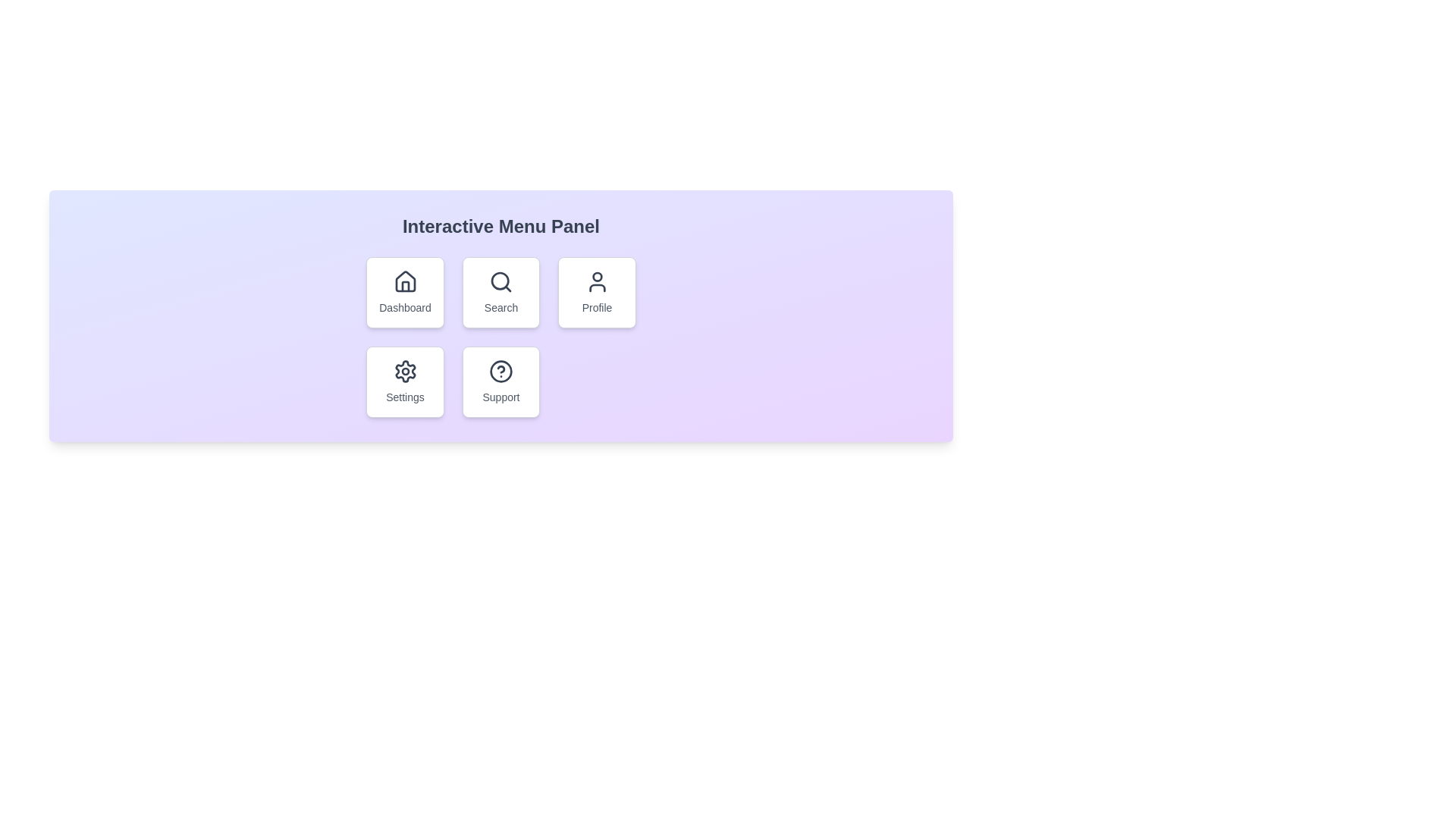 This screenshot has height=819, width=1456. What do you see at coordinates (501, 397) in the screenshot?
I see `text label providing a description for the Support section located at the bottom of the UI component with a rounded white background, positioned in the bottom-right quadrant of the menu interface` at bounding box center [501, 397].